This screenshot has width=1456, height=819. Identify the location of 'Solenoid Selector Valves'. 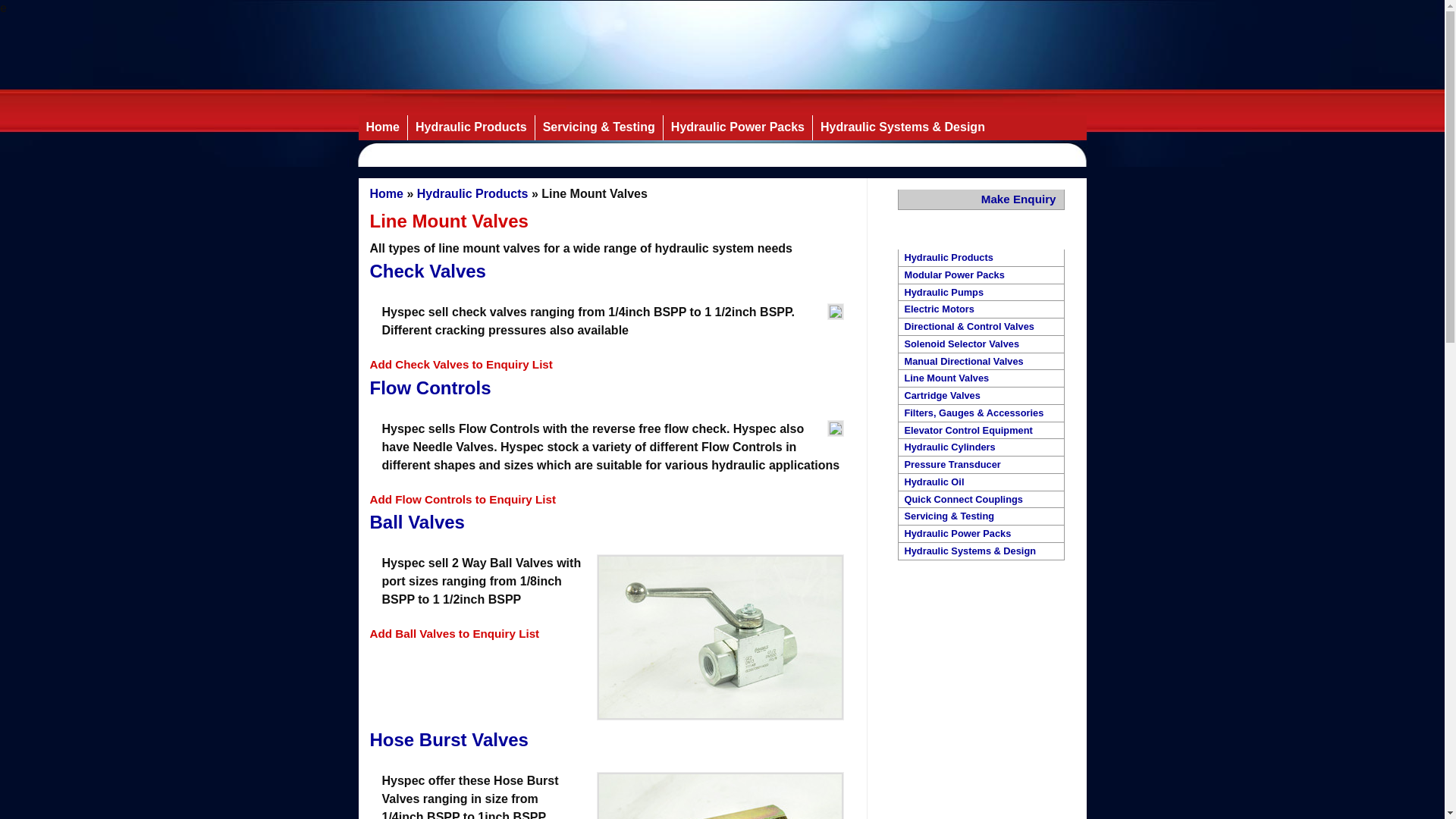
(980, 344).